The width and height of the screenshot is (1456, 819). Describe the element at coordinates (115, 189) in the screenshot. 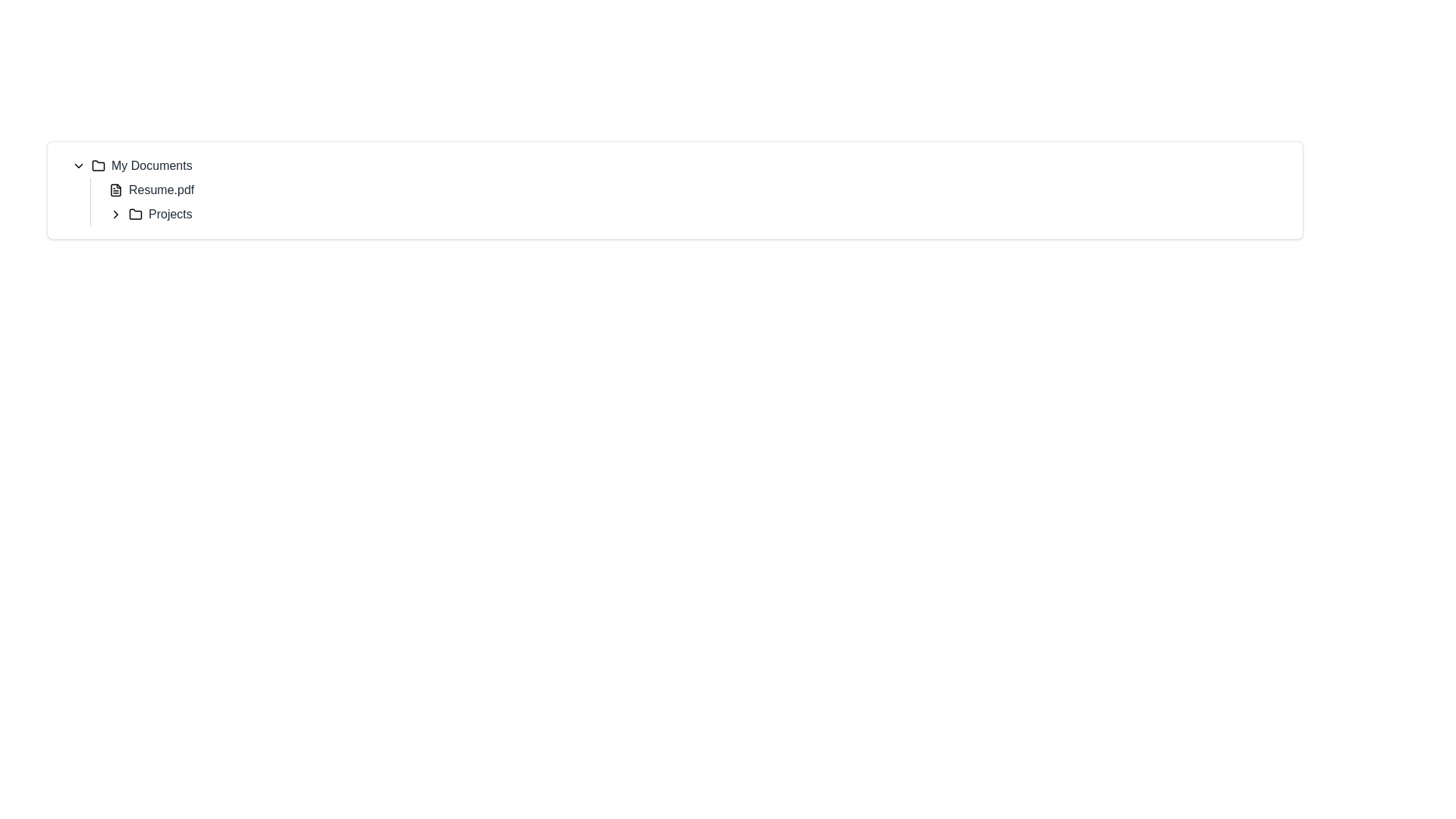

I see `the PDF file icon representing 'Resume.pdf' located in the top-left section of the interface` at that location.